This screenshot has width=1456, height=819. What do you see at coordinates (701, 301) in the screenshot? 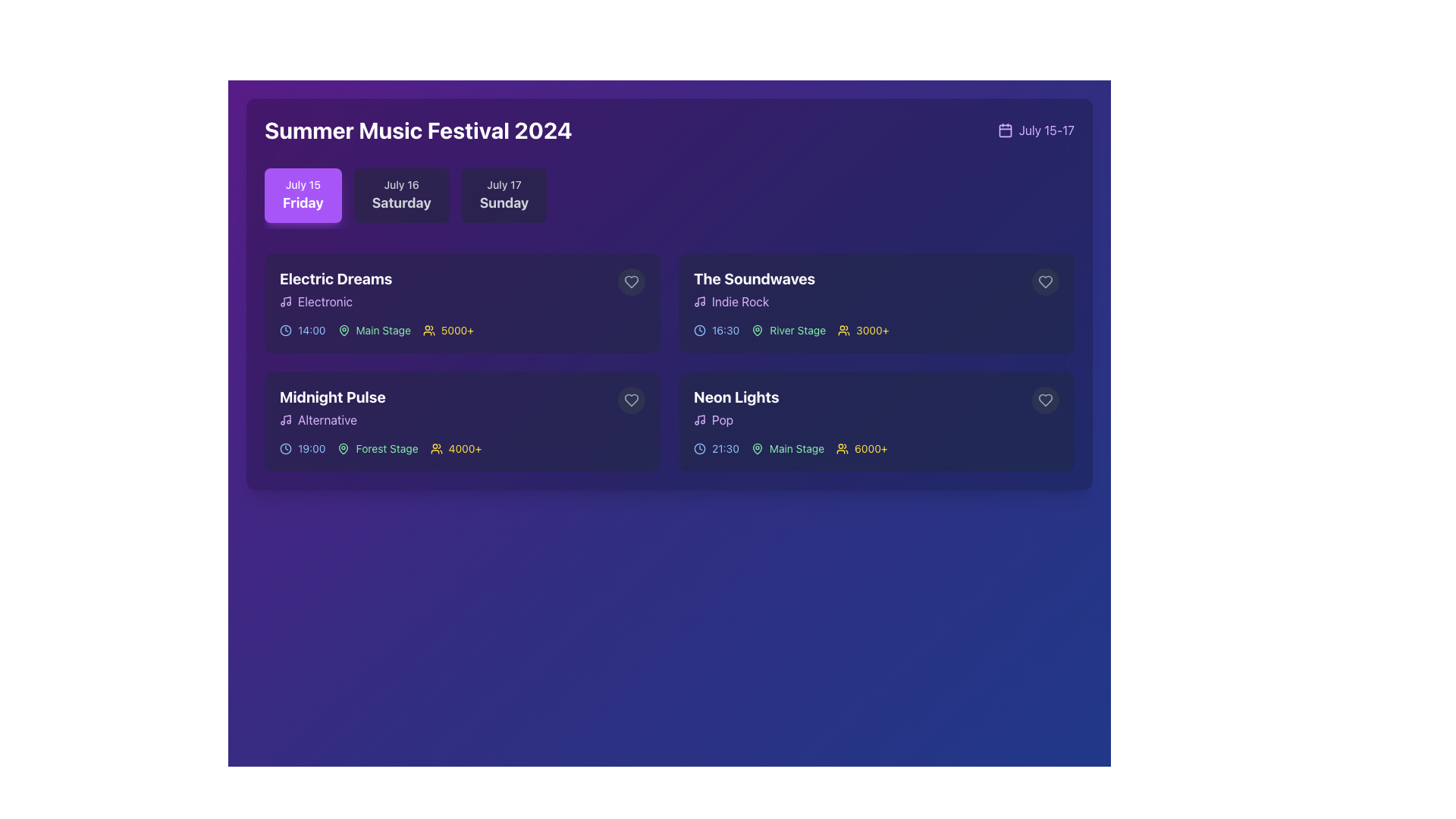
I see `the vertical line portion of the musical note symbol in the top-right portion of the SVG icon` at bounding box center [701, 301].